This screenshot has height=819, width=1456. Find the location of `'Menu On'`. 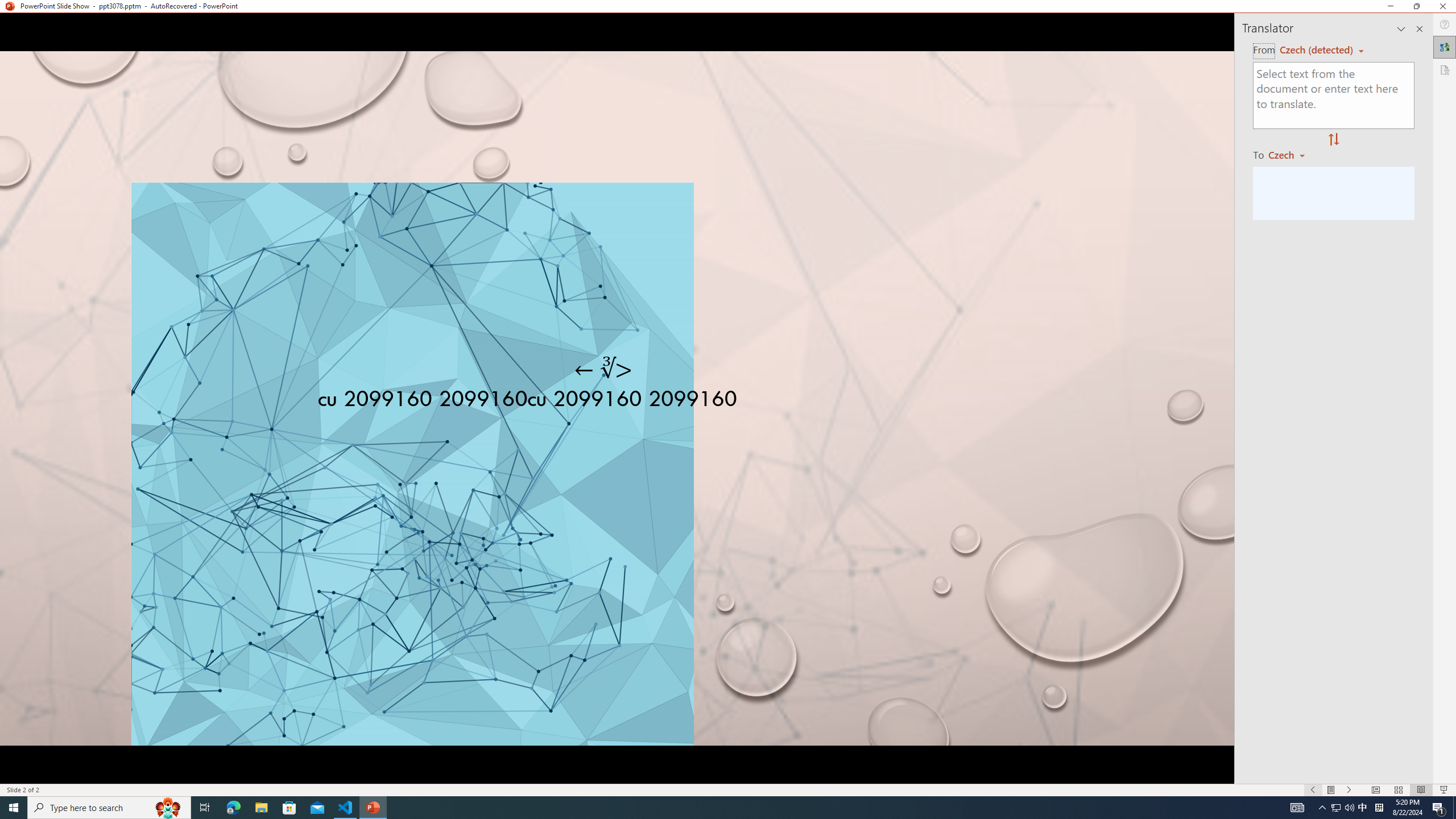

'Menu On' is located at coordinates (1331, 790).